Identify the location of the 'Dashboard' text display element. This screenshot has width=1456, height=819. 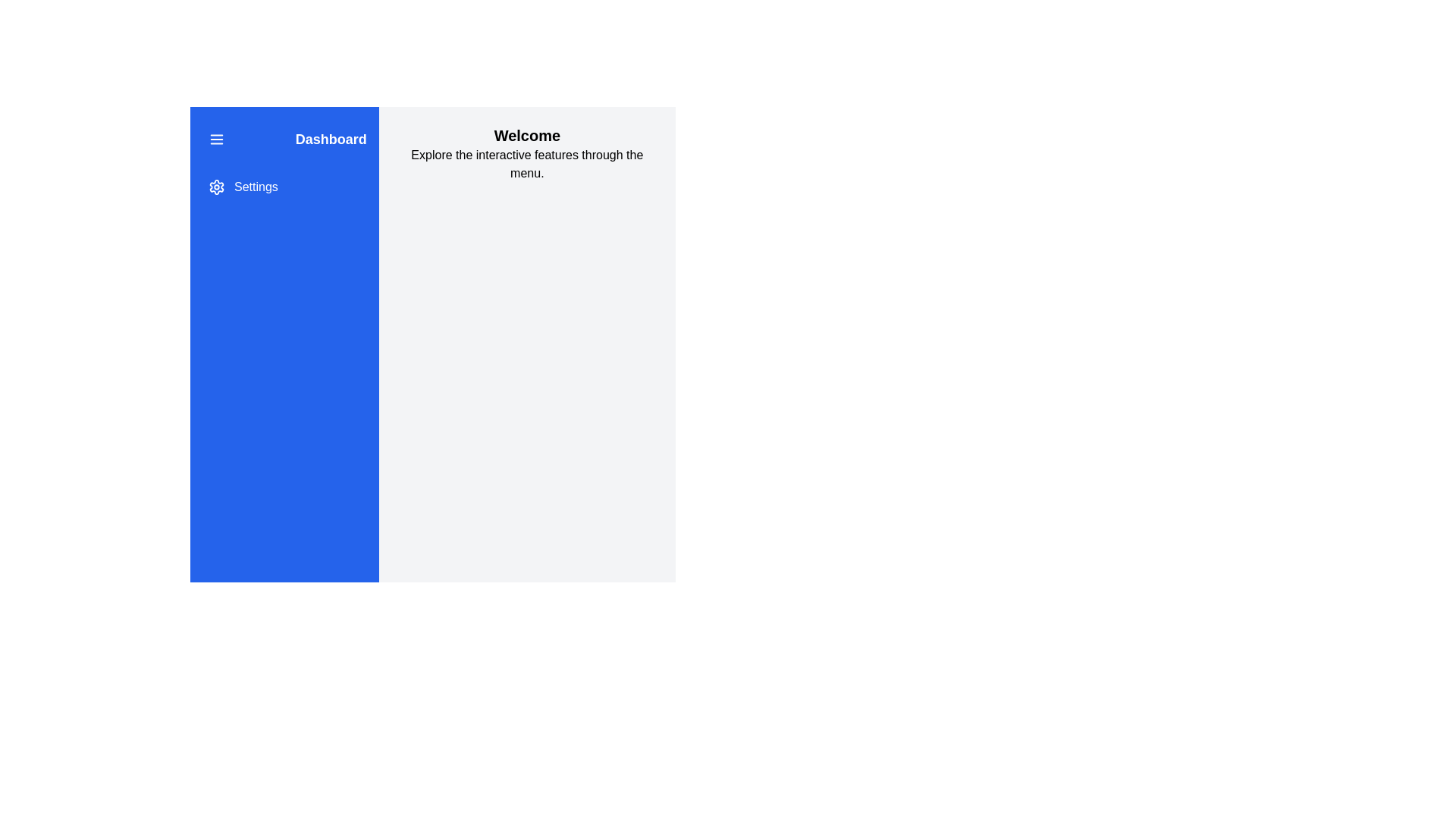
(284, 140).